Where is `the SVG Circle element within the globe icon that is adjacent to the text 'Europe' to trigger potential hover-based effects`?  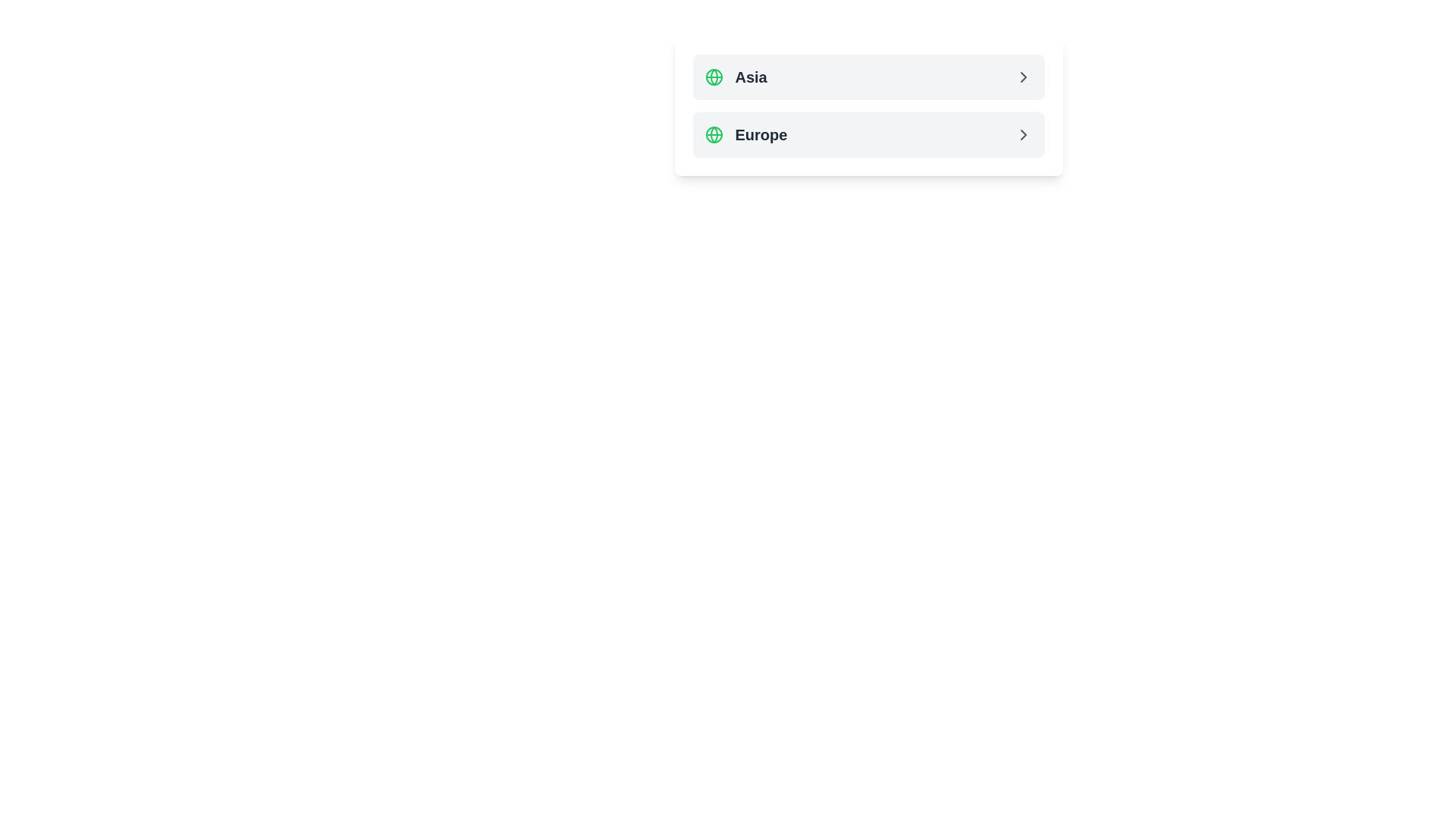
the SVG Circle element within the globe icon that is adjacent to the text 'Europe' to trigger potential hover-based effects is located at coordinates (713, 77).